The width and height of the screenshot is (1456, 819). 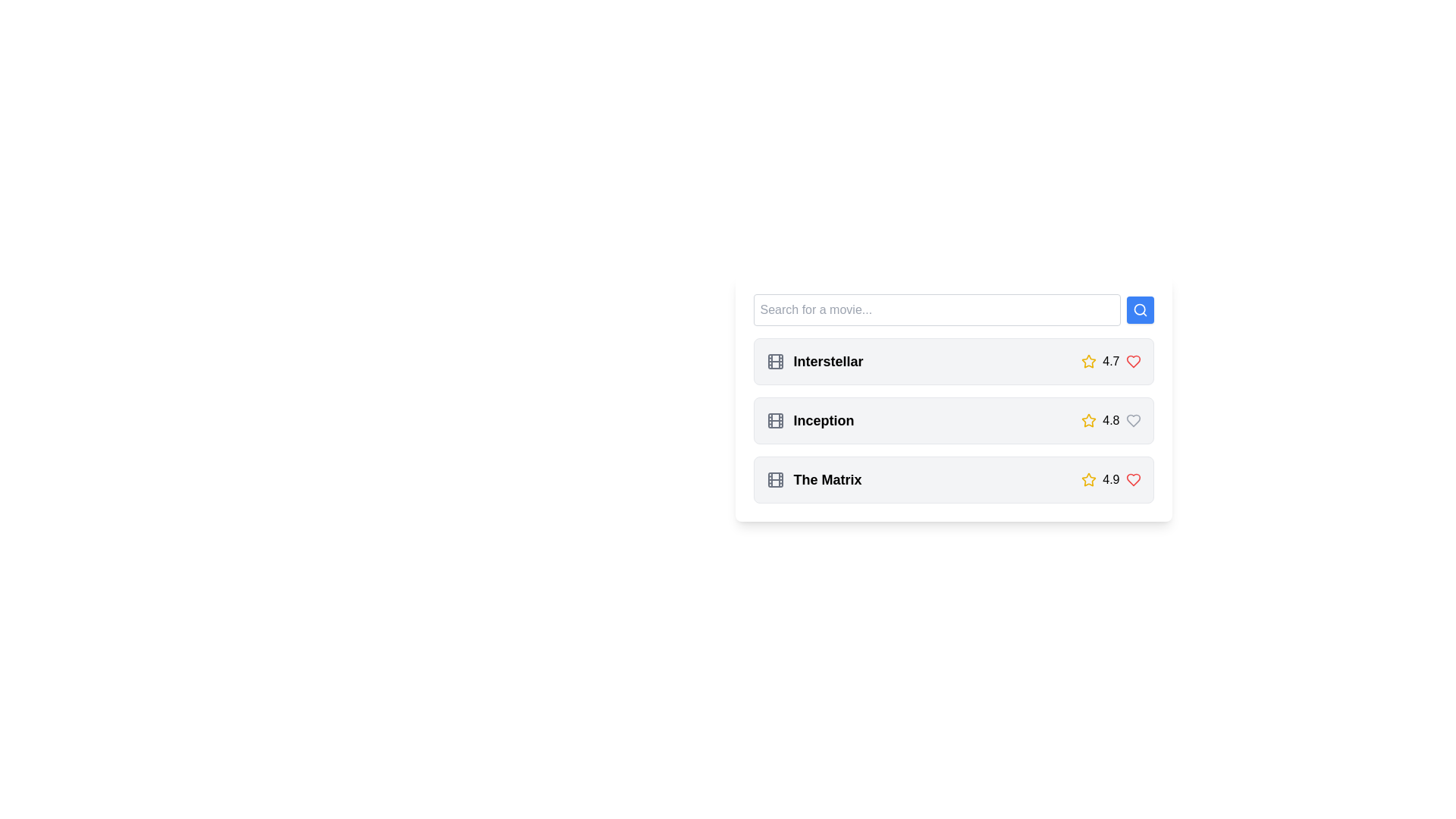 I want to click on the small rectangular SVG element styled as a film frame, located next to the text 'The Matrix', so click(x=775, y=479).